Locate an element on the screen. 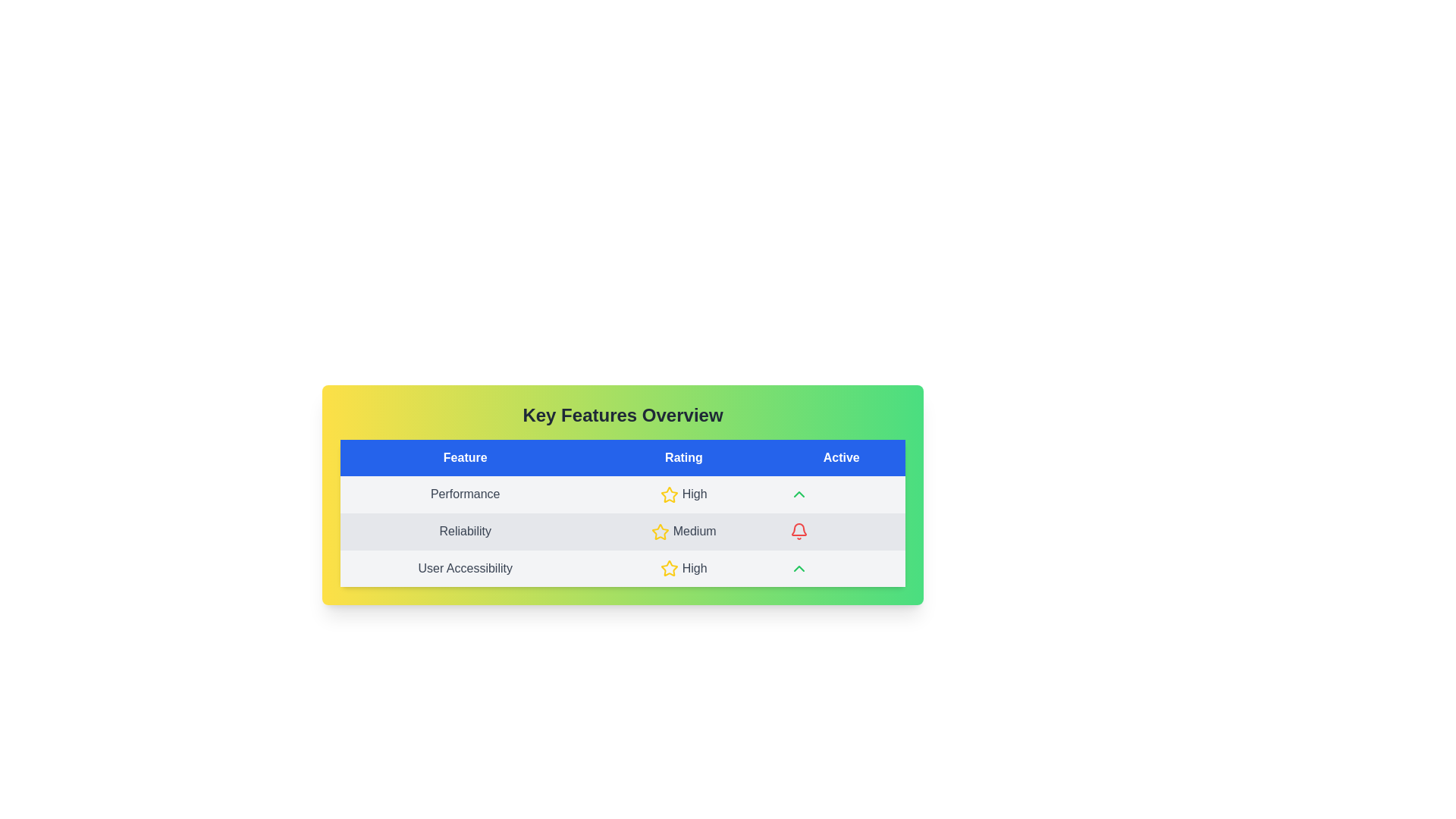 This screenshot has height=819, width=1456. the bell-shaped notification icon with a red fill color located in the middle cell of the 'Active' column within the row for 'Reliability' in the feature overview table is located at coordinates (798, 531).